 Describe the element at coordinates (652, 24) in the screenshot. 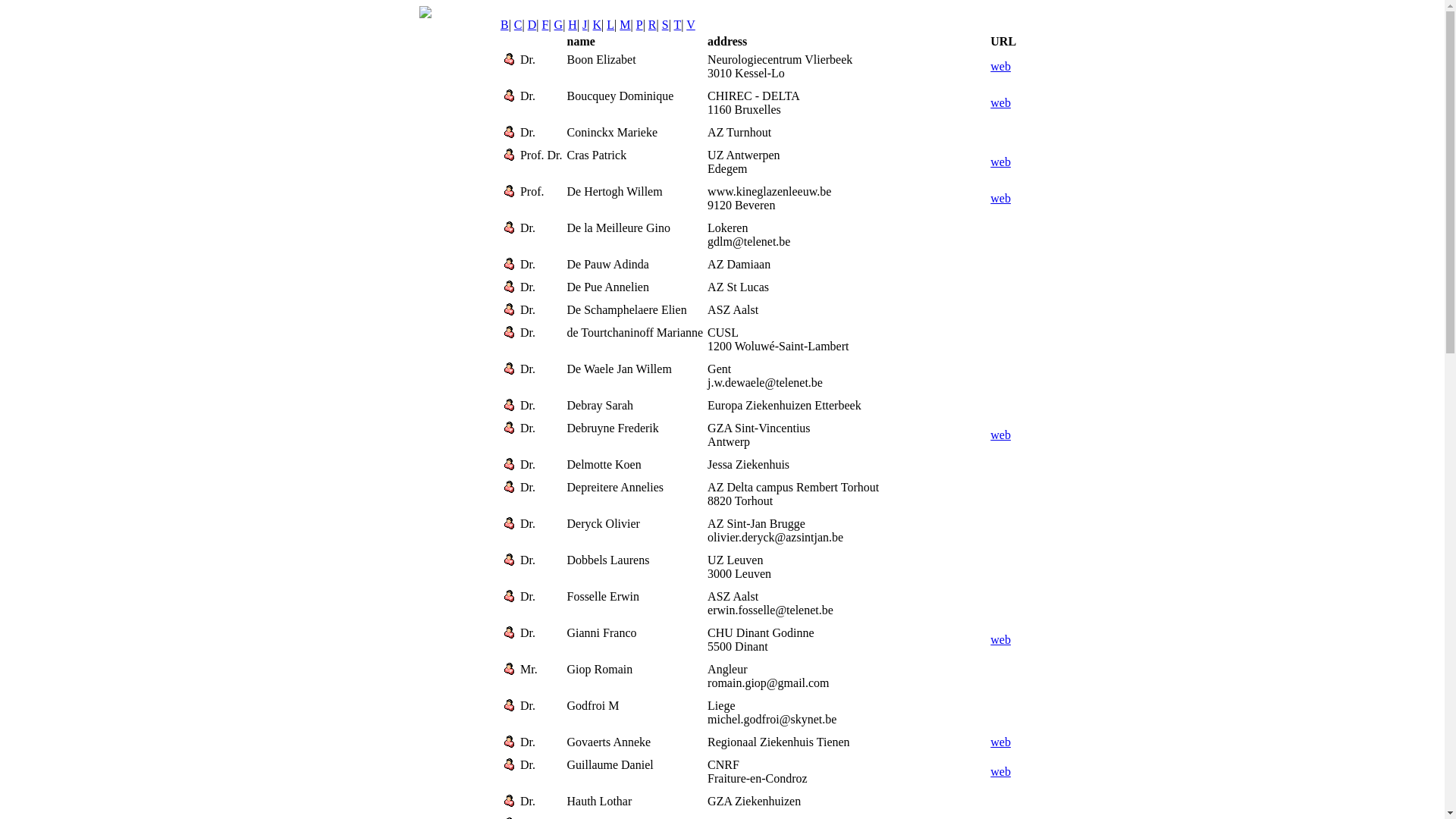

I see `'R'` at that location.